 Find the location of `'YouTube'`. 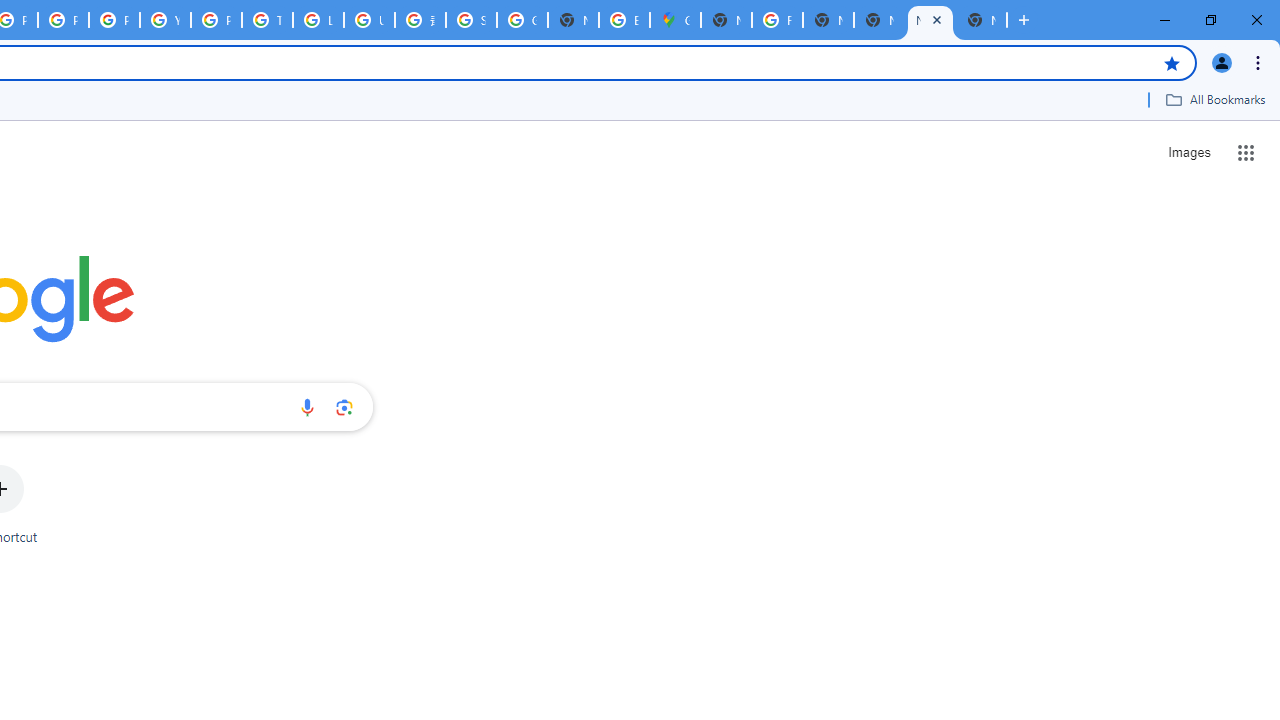

'YouTube' is located at coordinates (165, 20).